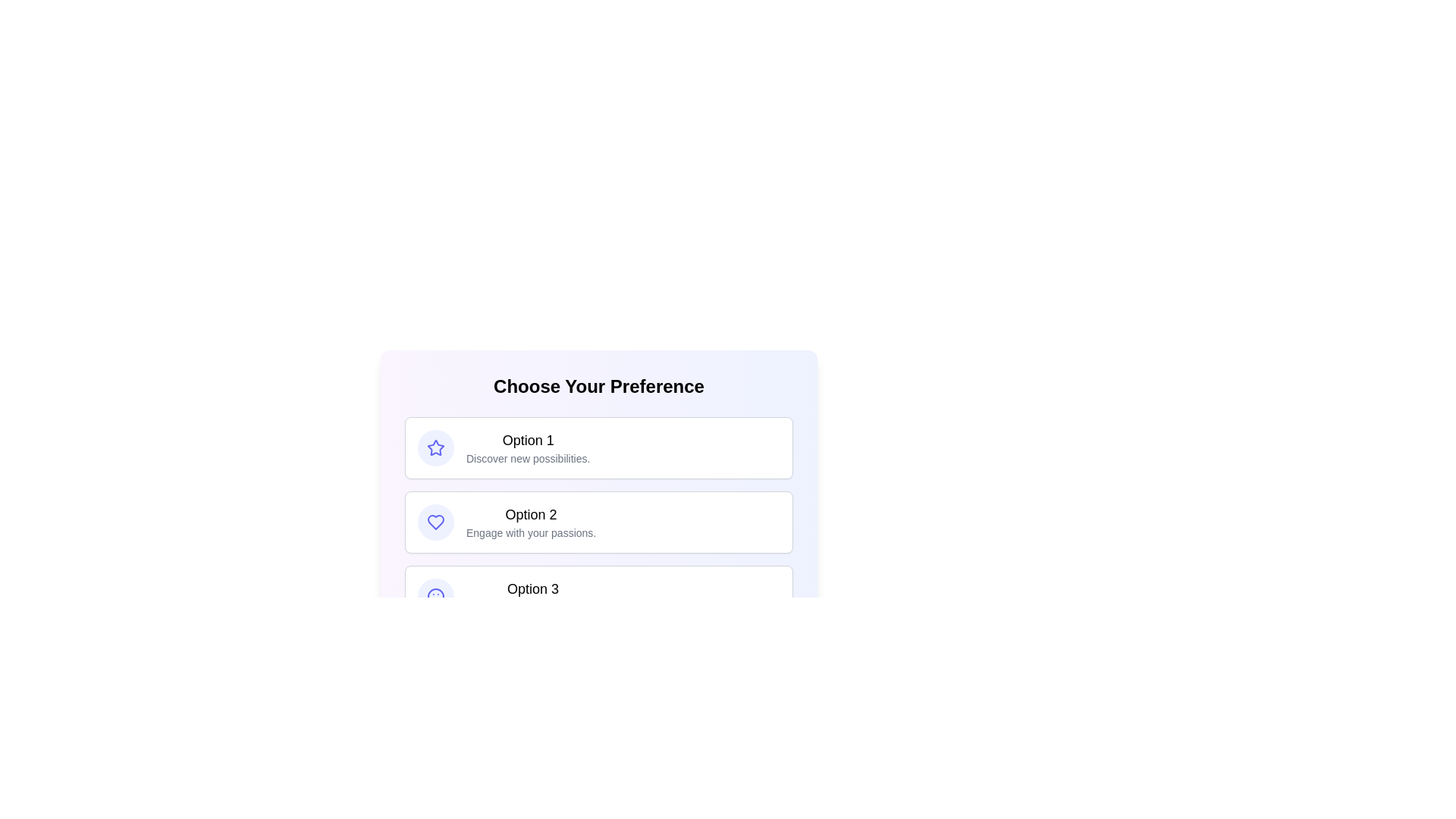 Image resolution: width=1456 pixels, height=819 pixels. I want to click on the circular Icon button with a light-indigo background and a heart icon outlined in indigo, located in the left section of the 'Option 2' card, so click(435, 522).